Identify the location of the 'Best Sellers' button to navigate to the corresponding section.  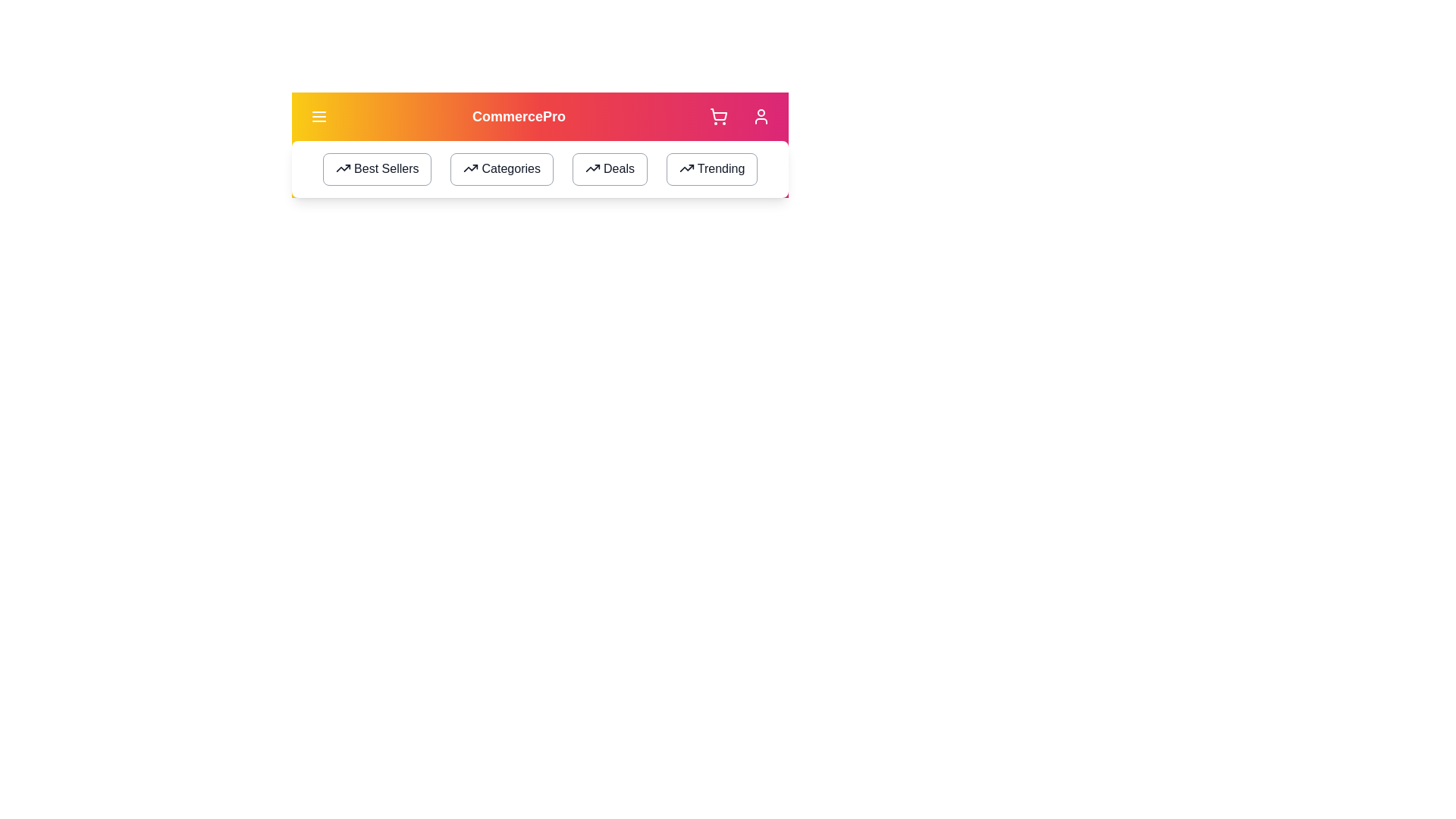
(377, 169).